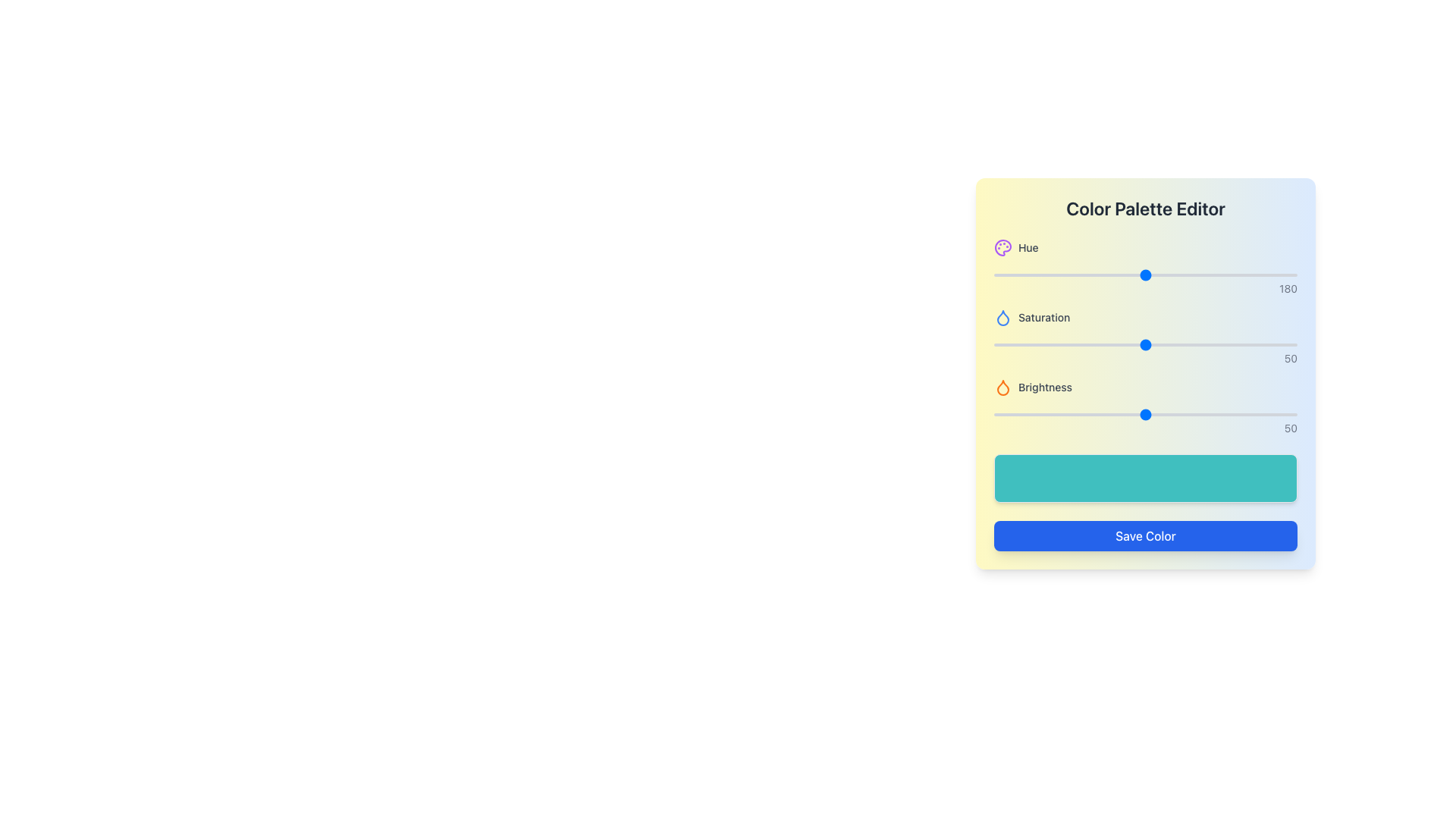 The height and width of the screenshot is (819, 1456). What do you see at coordinates (1027, 275) in the screenshot?
I see `hue` at bounding box center [1027, 275].